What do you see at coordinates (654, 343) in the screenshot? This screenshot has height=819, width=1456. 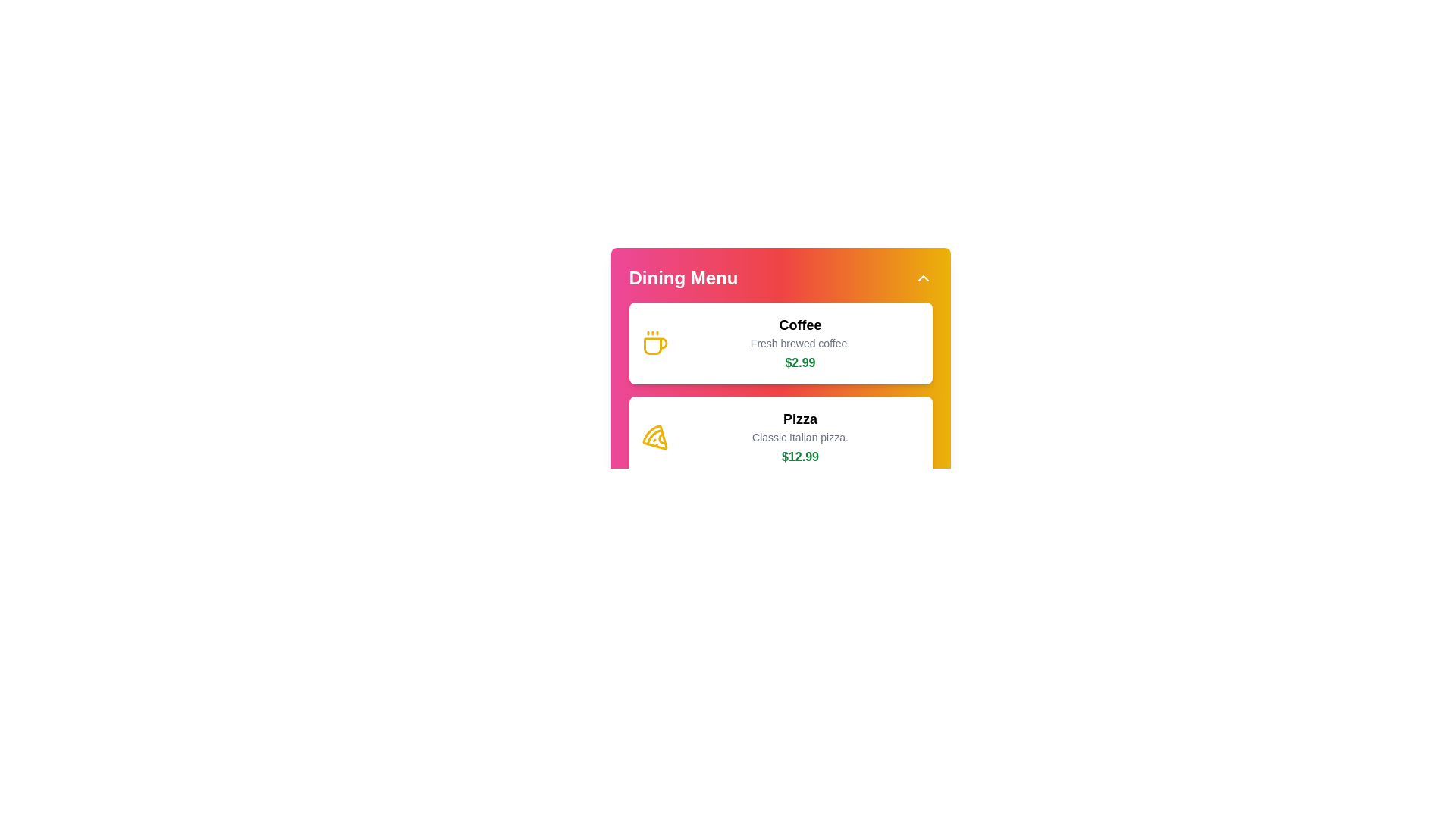 I see `the icon next to the menu item Coffee` at bounding box center [654, 343].